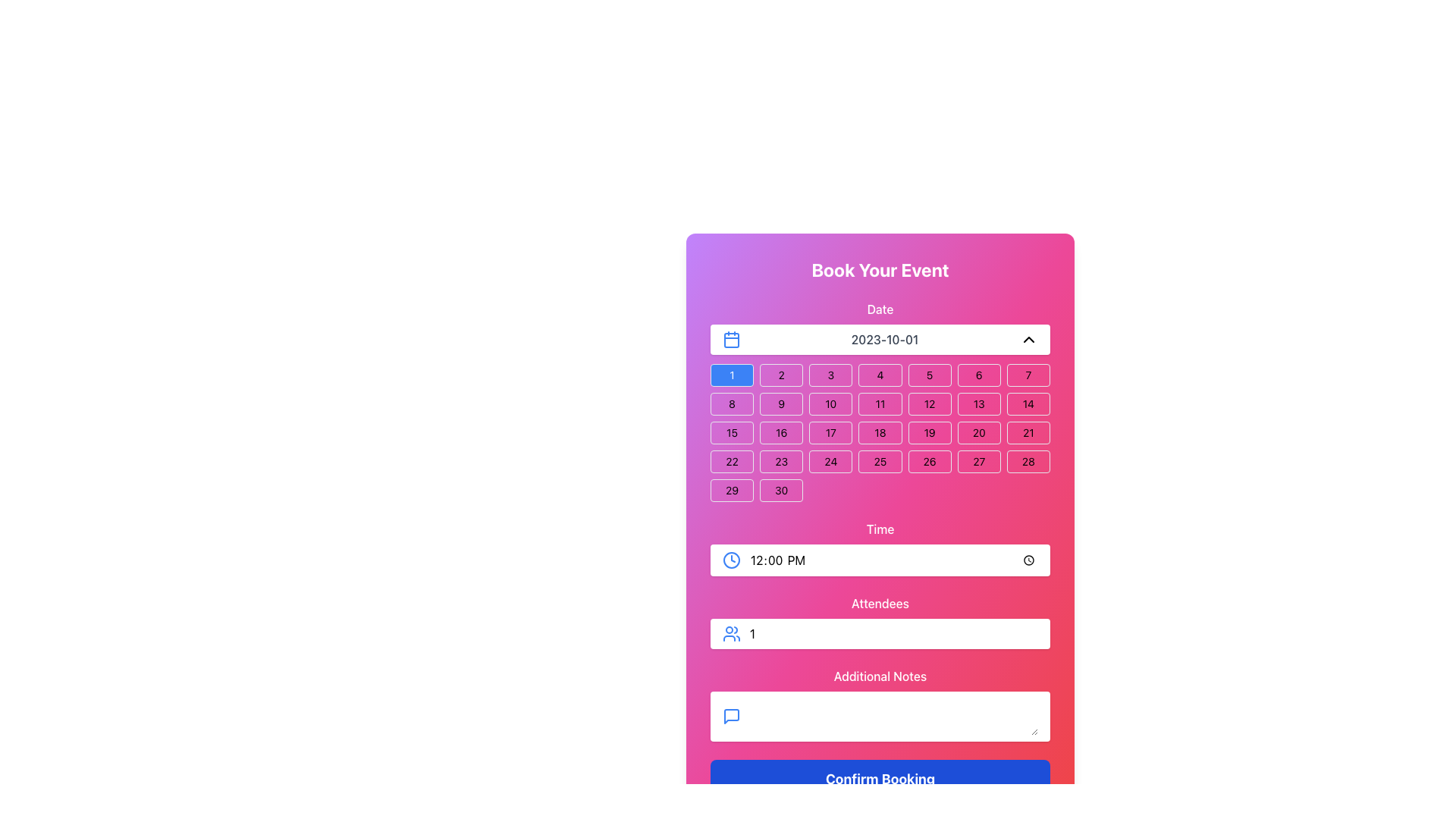 The width and height of the screenshot is (1456, 819). Describe the element at coordinates (880, 338) in the screenshot. I see `displayed date from the Dropdown input box located below the header text 'Date' and centered in the layout` at that location.